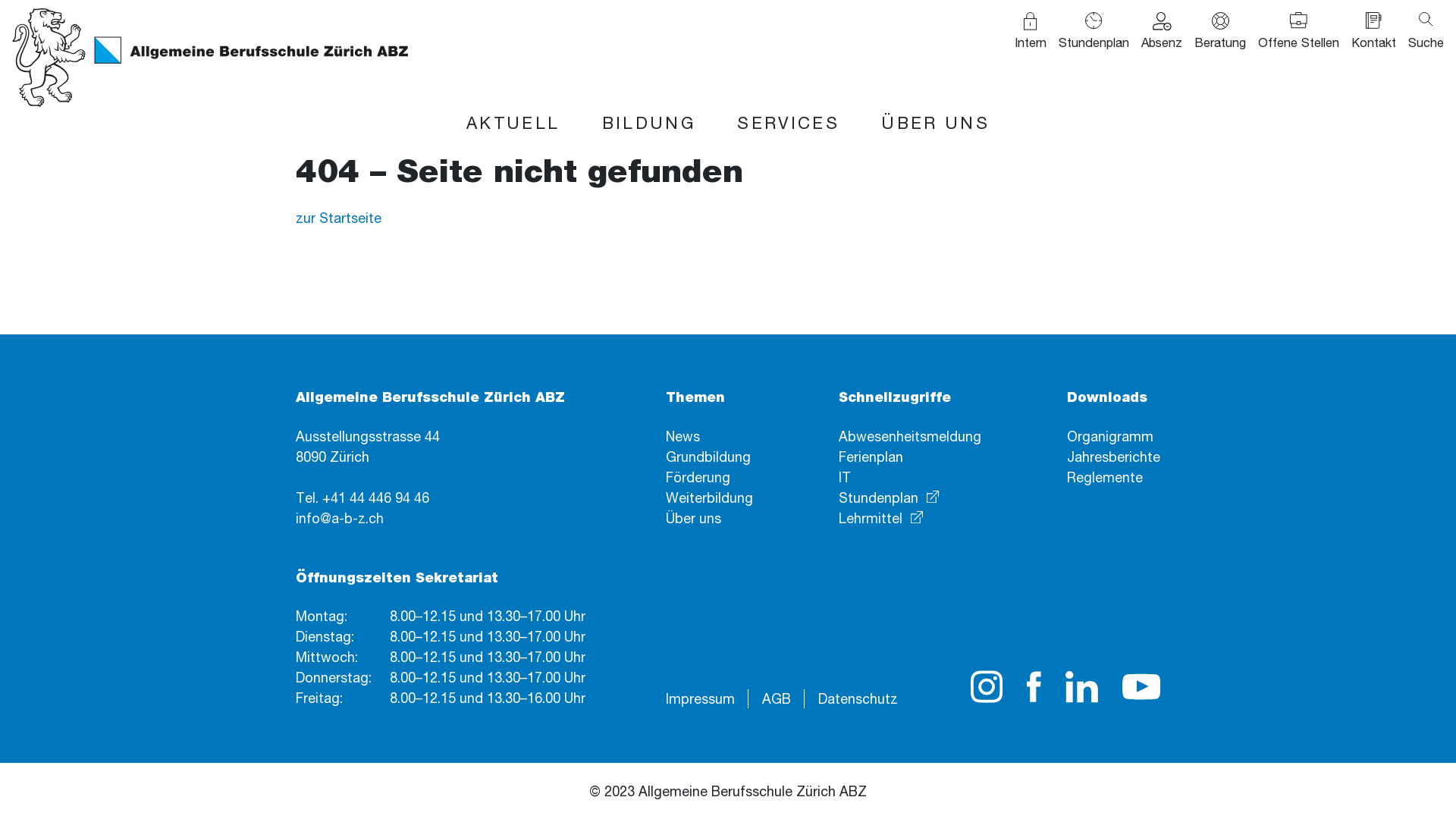 The height and width of the screenshot is (819, 1456). Describe the element at coordinates (776, 698) in the screenshot. I see `'AGB'` at that location.